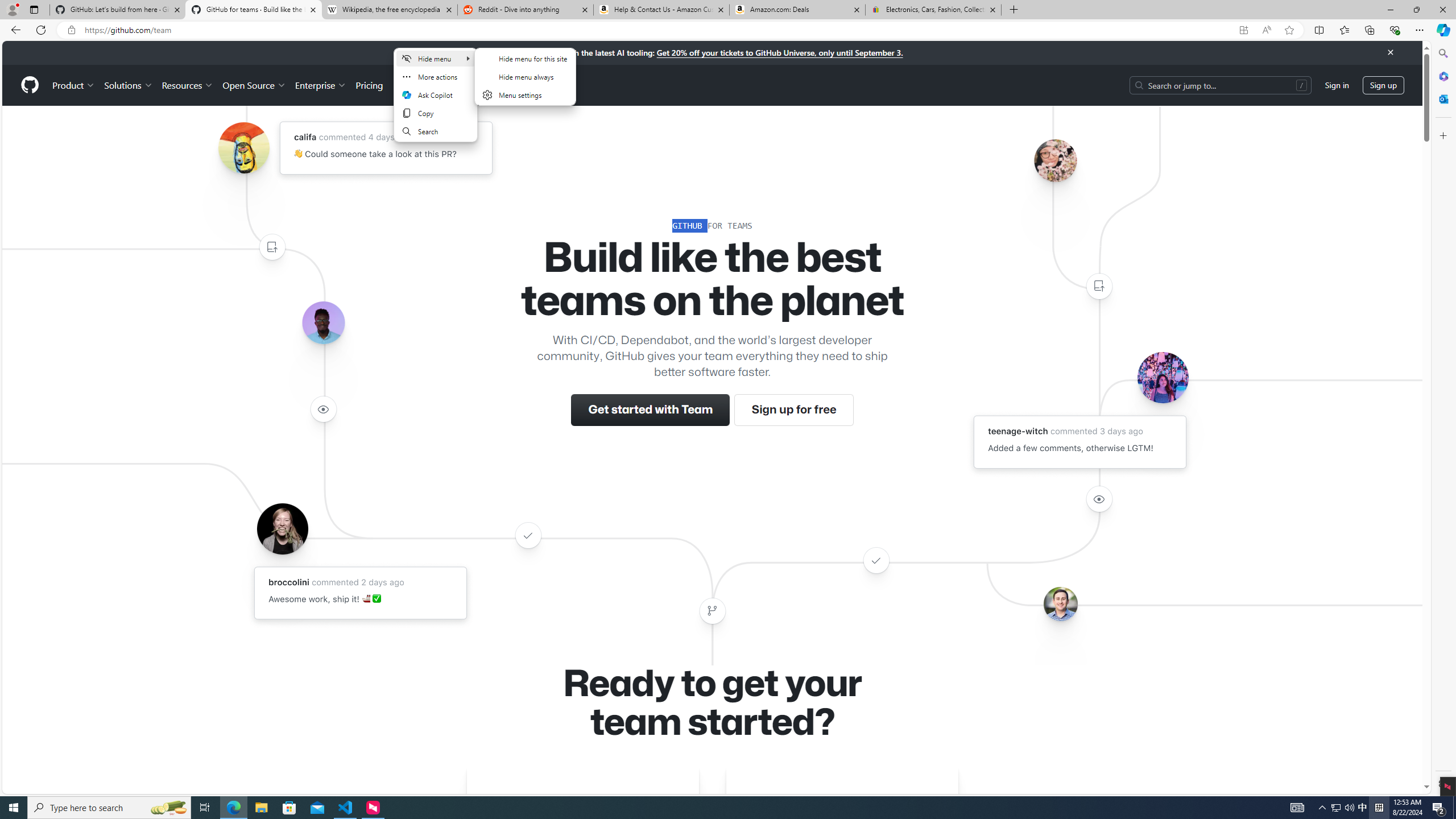 The height and width of the screenshot is (819, 1456). Describe the element at coordinates (1383, 85) in the screenshot. I see `'Sign up'` at that location.